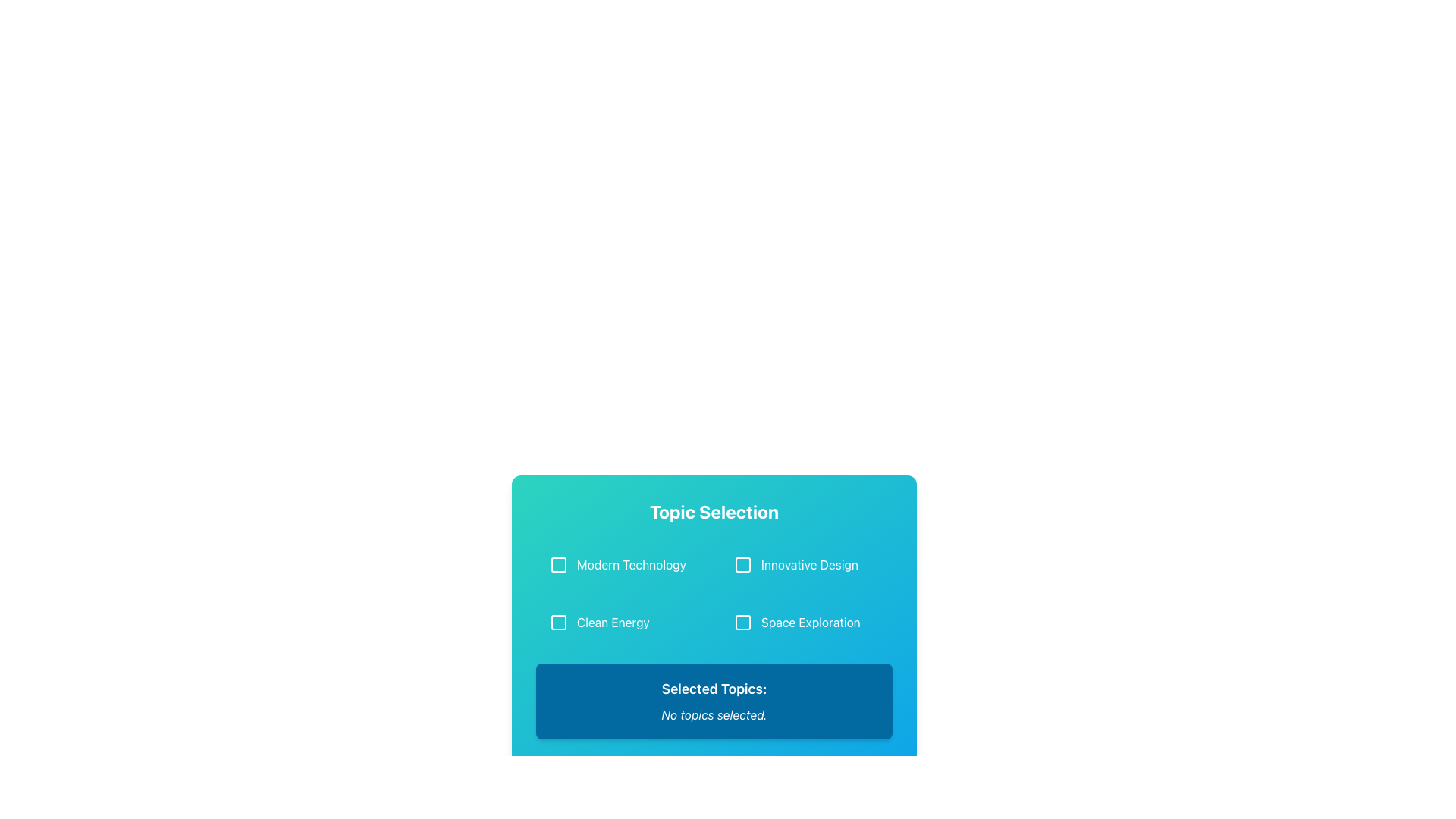  Describe the element at coordinates (742, 623) in the screenshot. I see `the checkbox, which is a square outline icon with rounded corners located near the 'Space Exploration' text label, indicating it is part of a draggable interface` at that location.